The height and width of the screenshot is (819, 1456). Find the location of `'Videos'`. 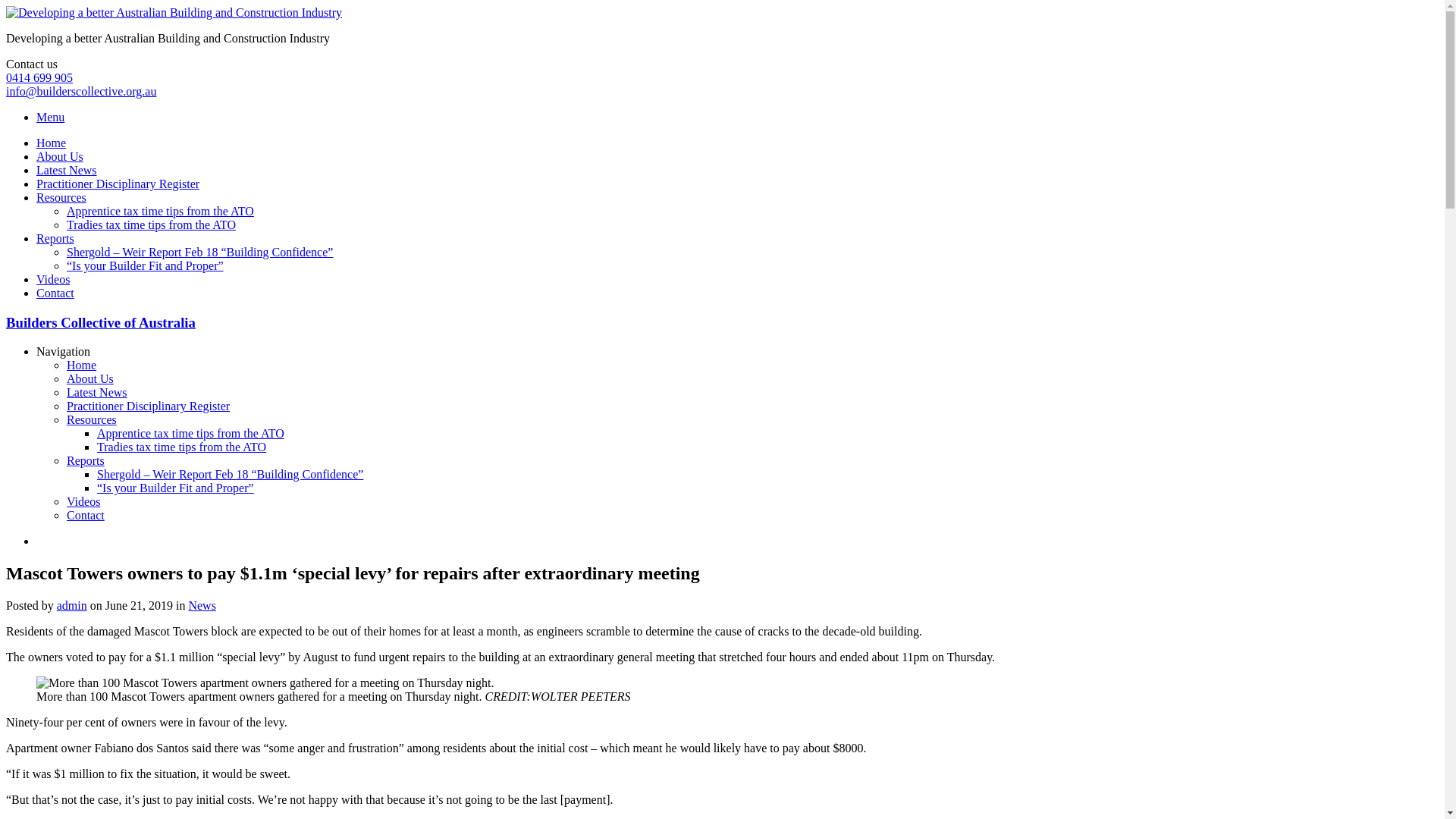

'Videos' is located at coordinates (83, 501).